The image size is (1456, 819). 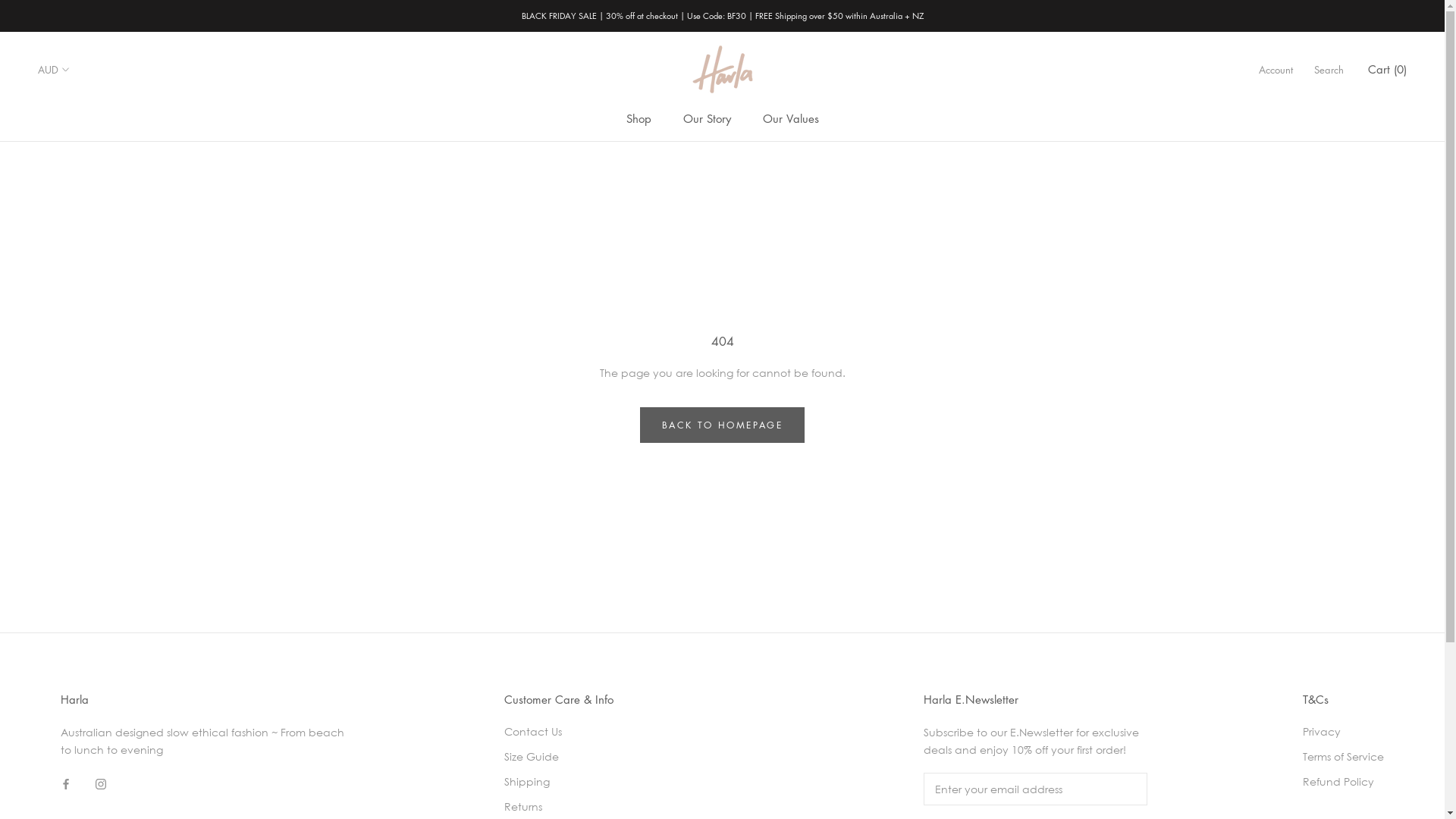 What do you see at coordinates (558, 756) in the screenshot?
I see `'Size Guide'` at bounding box center [558, 756].